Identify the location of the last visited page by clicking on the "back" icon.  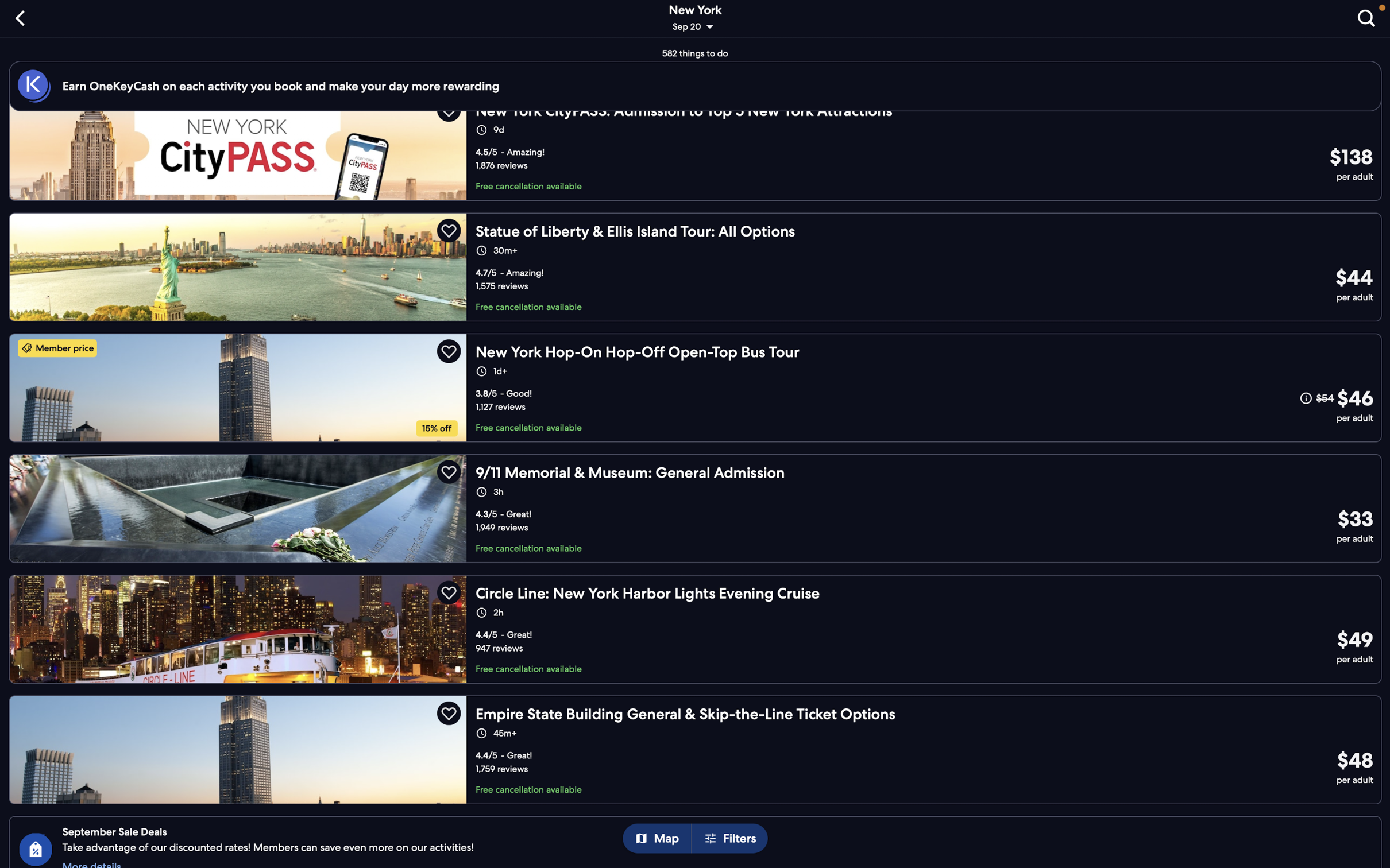
(22, 17).